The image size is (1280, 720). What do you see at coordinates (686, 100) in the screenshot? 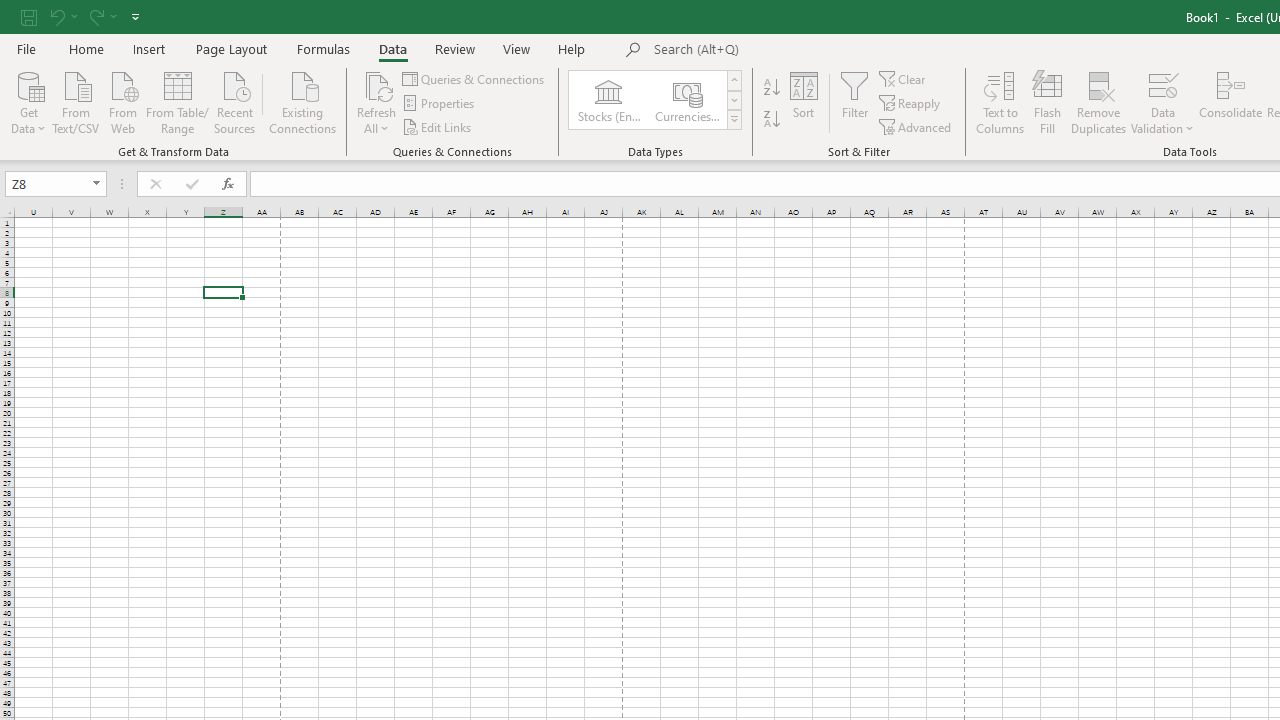
I see `'Currencies (English)'` at bounding box center [686, 100].